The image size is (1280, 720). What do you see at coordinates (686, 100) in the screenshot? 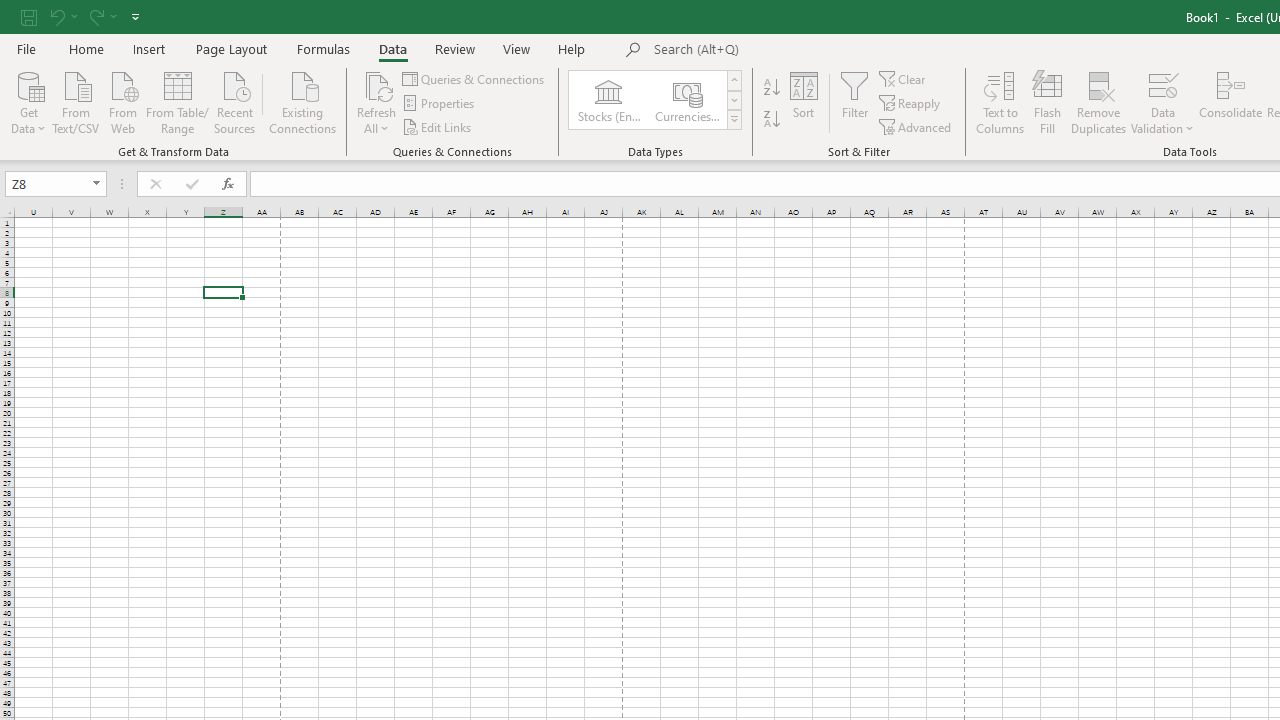
I see `'Currencies (English)'` at bounding box center [686, 100].